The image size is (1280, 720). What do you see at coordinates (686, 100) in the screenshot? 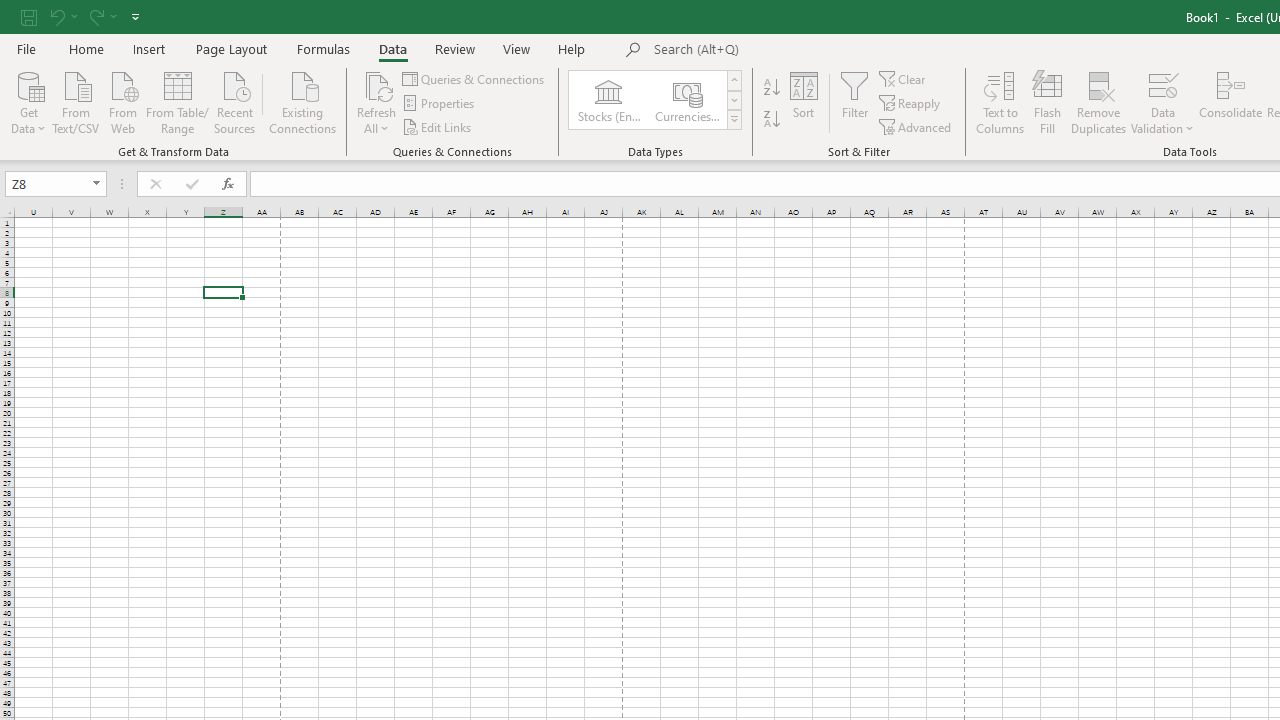
I see `'Currencies (English)'` at bounding box center [686, 100].